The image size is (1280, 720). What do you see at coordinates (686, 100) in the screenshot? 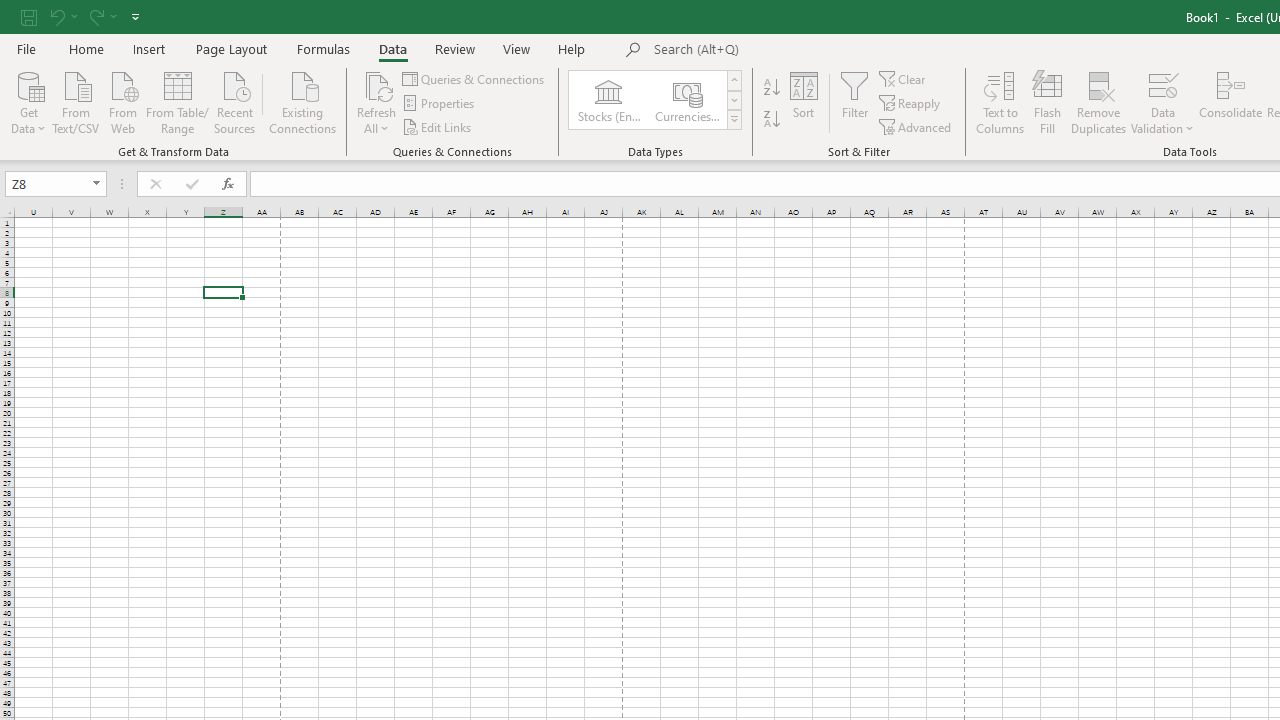
I see `'Currencies (English)'` at bounding box center [686, 100].